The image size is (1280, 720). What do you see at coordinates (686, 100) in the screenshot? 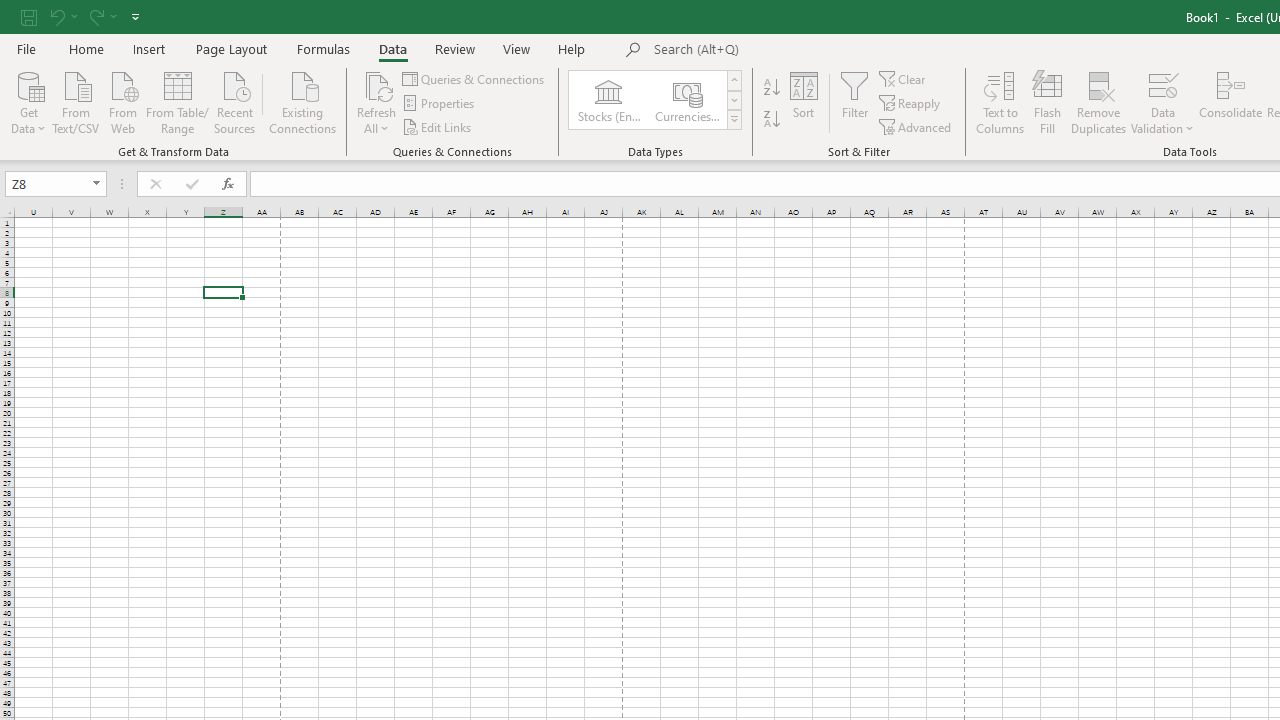
I see `'Currencies (English)'` at bounding box center [686, 100].